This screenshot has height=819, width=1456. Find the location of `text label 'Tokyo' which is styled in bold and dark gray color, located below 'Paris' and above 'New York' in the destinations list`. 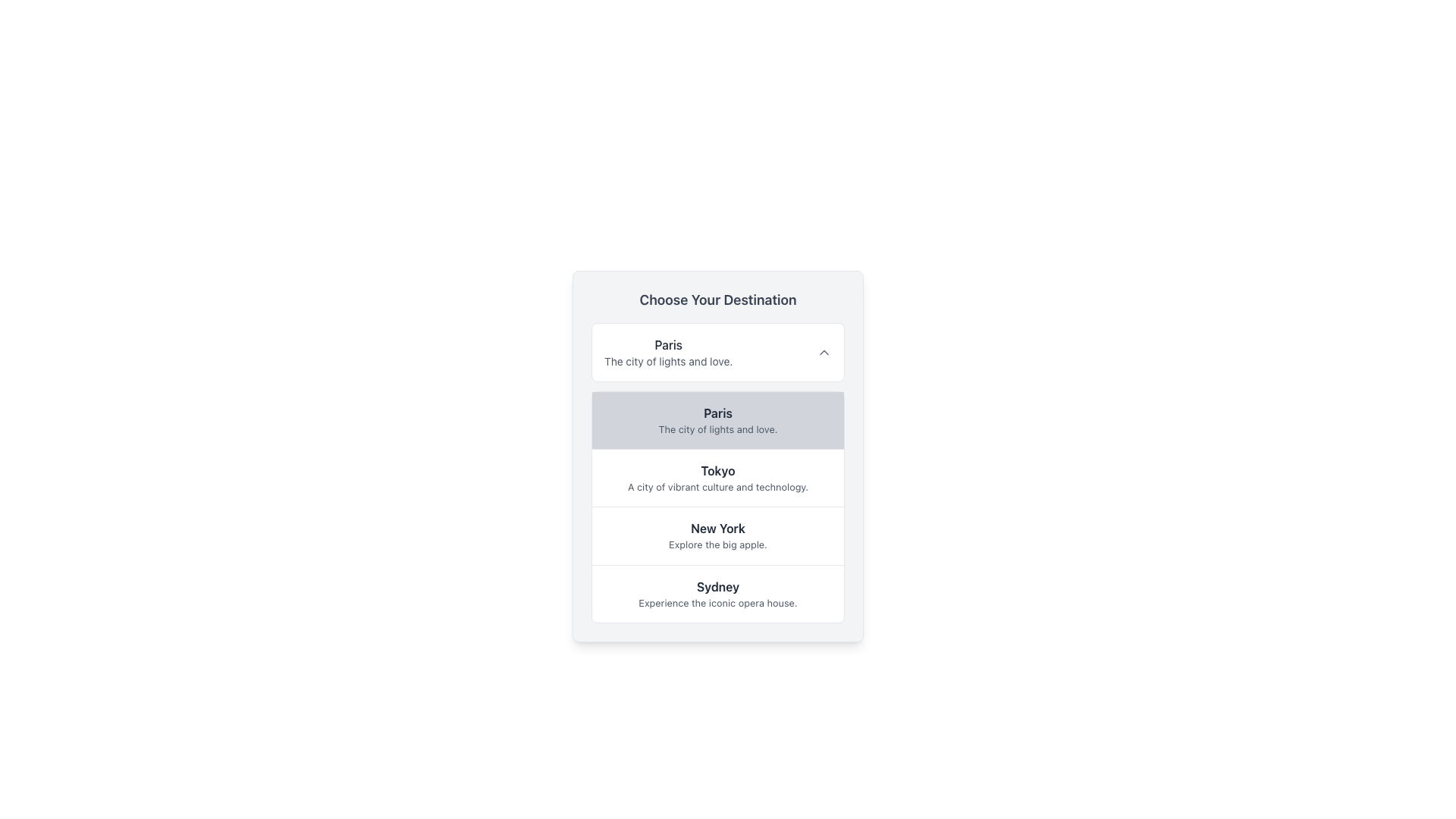

text label 'Tokyo' which is styled in bold and dark gray color, located below 'Paris' and above 'New York' in the destinations list is located at coordinates (717, 470).